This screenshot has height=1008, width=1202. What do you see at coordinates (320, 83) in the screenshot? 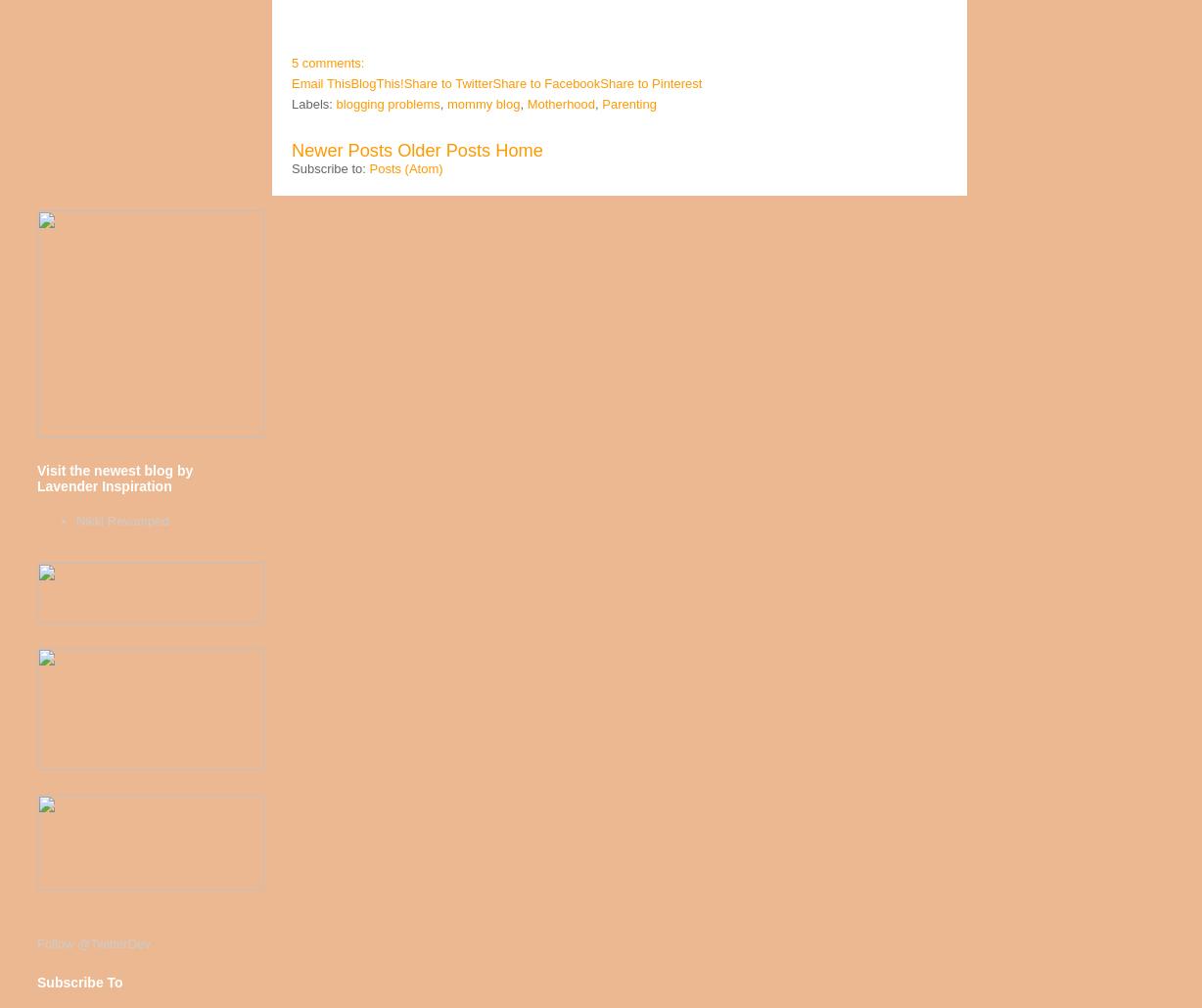
I see `'Email This'` at bounding box center [320, 83].